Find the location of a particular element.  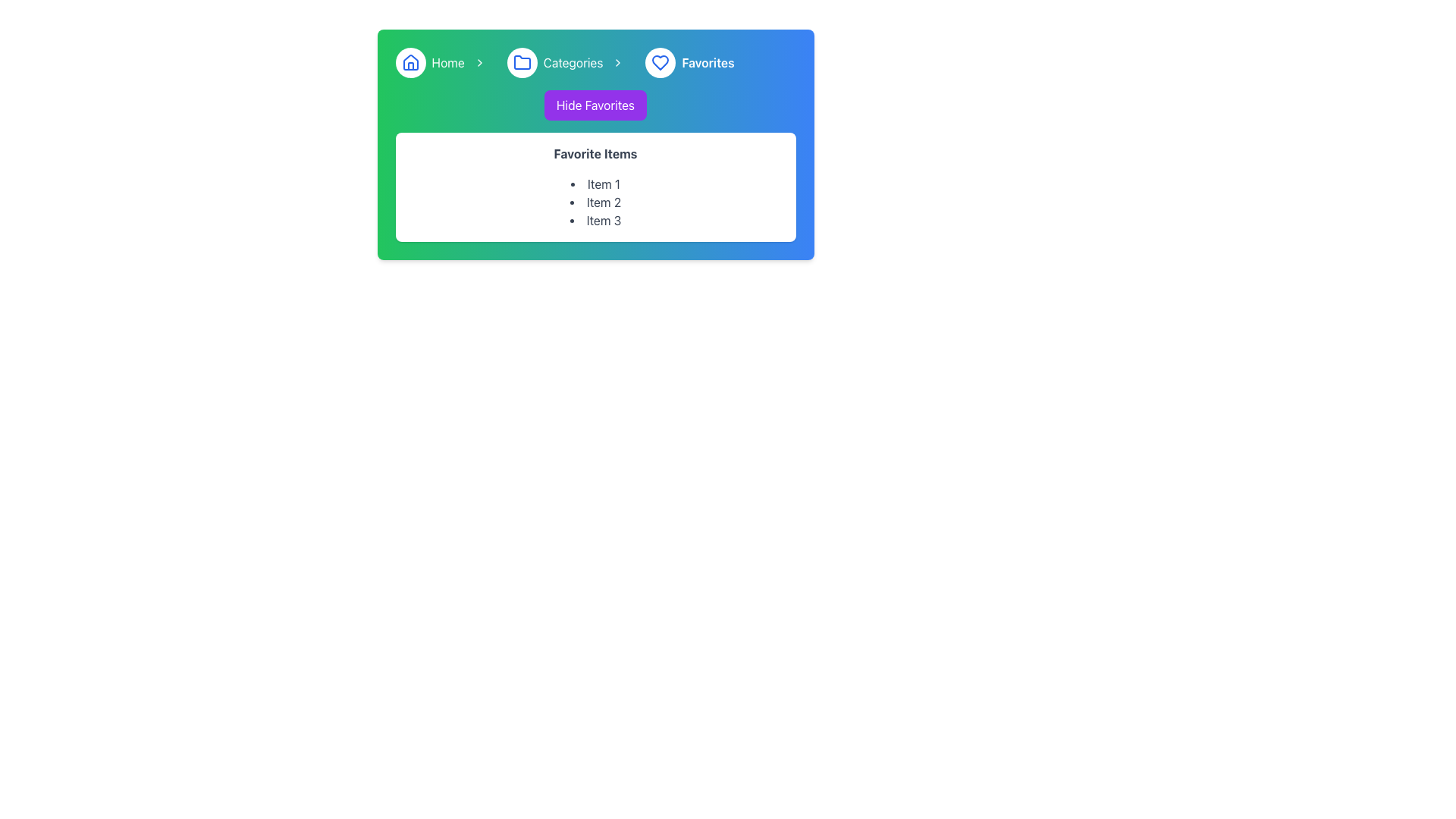

the 'Home' text link in the navigation menu is located at coordinates (447, 62).